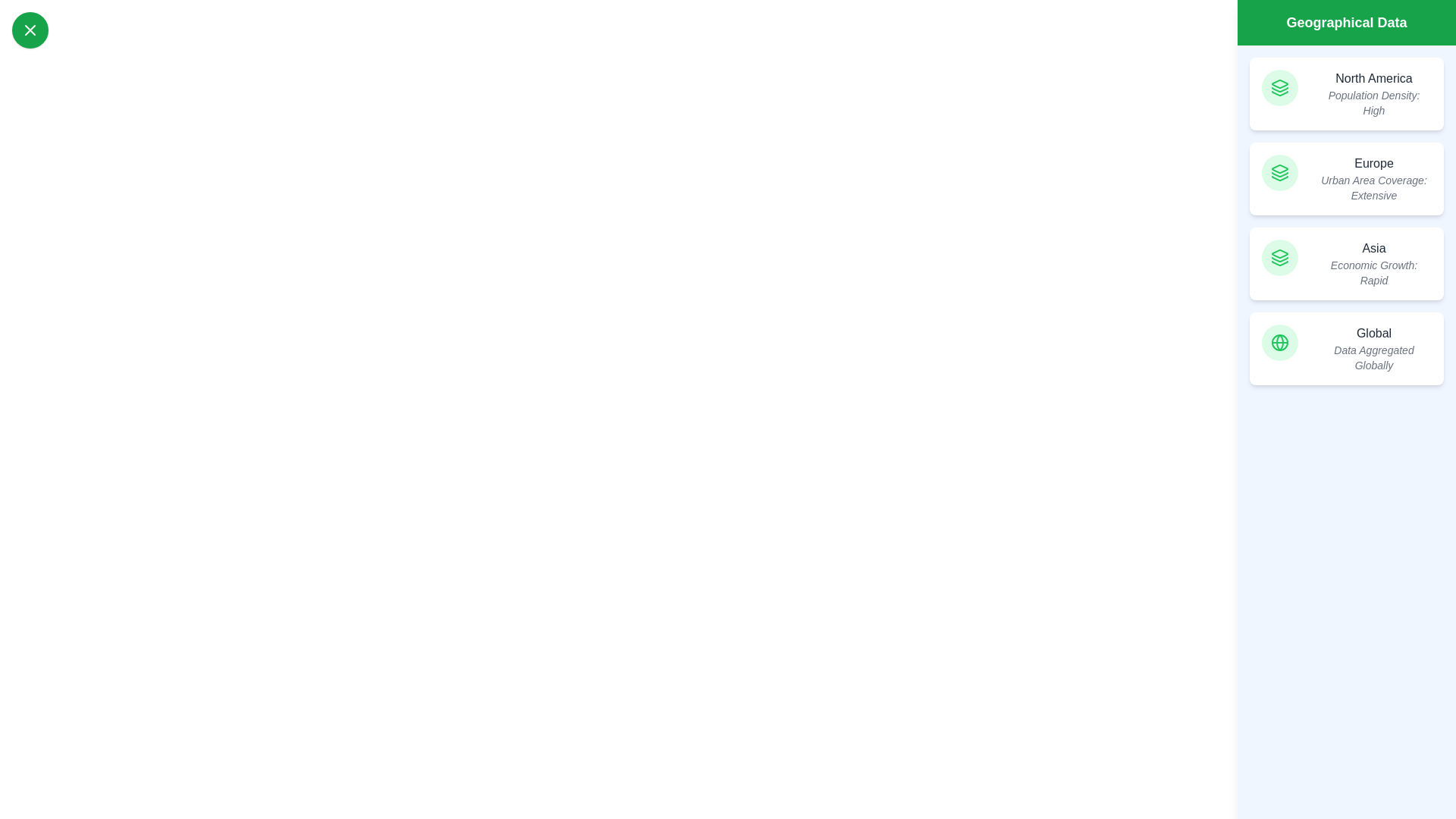 Image resolution: width=1456 pixels, height=819 pixels. What do you see at coordinates (1347, 93) in the screenshot?
I see `the region North America from the list` at bounding box center [1347, 93].